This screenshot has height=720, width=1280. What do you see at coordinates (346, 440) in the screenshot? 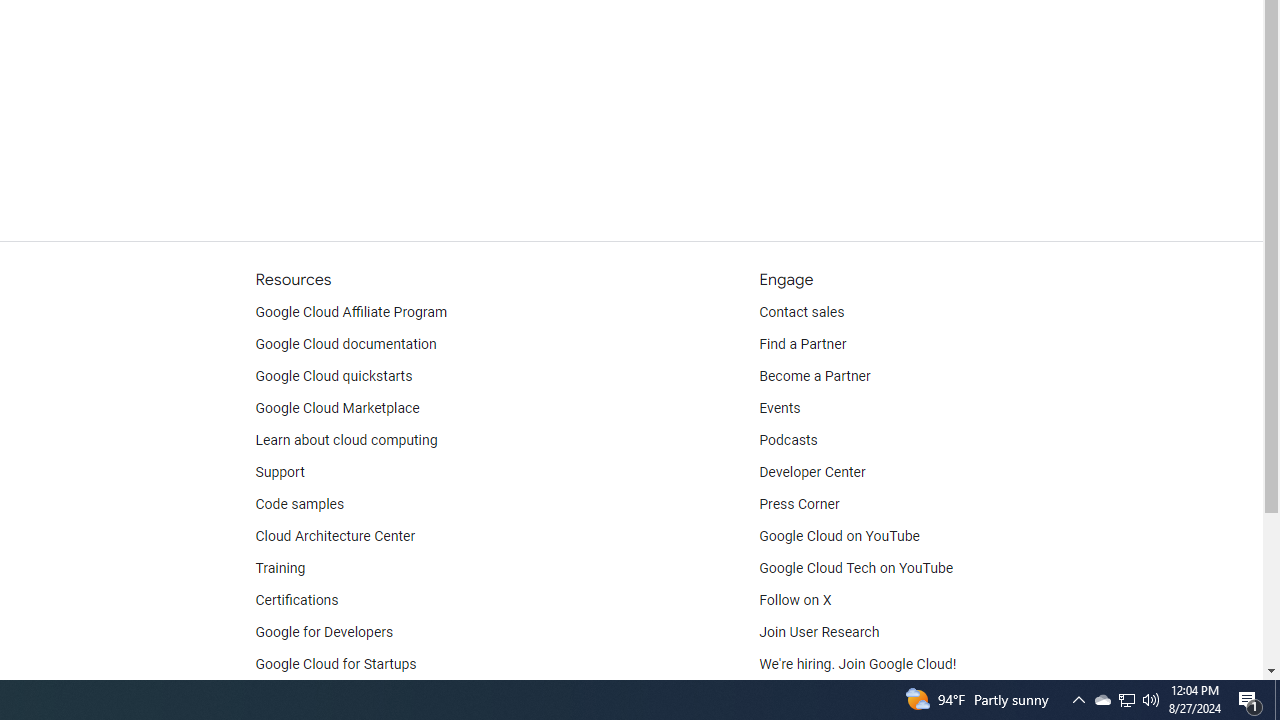
I see `'Learn about cloud computing'` at bounding box center [346, 440].